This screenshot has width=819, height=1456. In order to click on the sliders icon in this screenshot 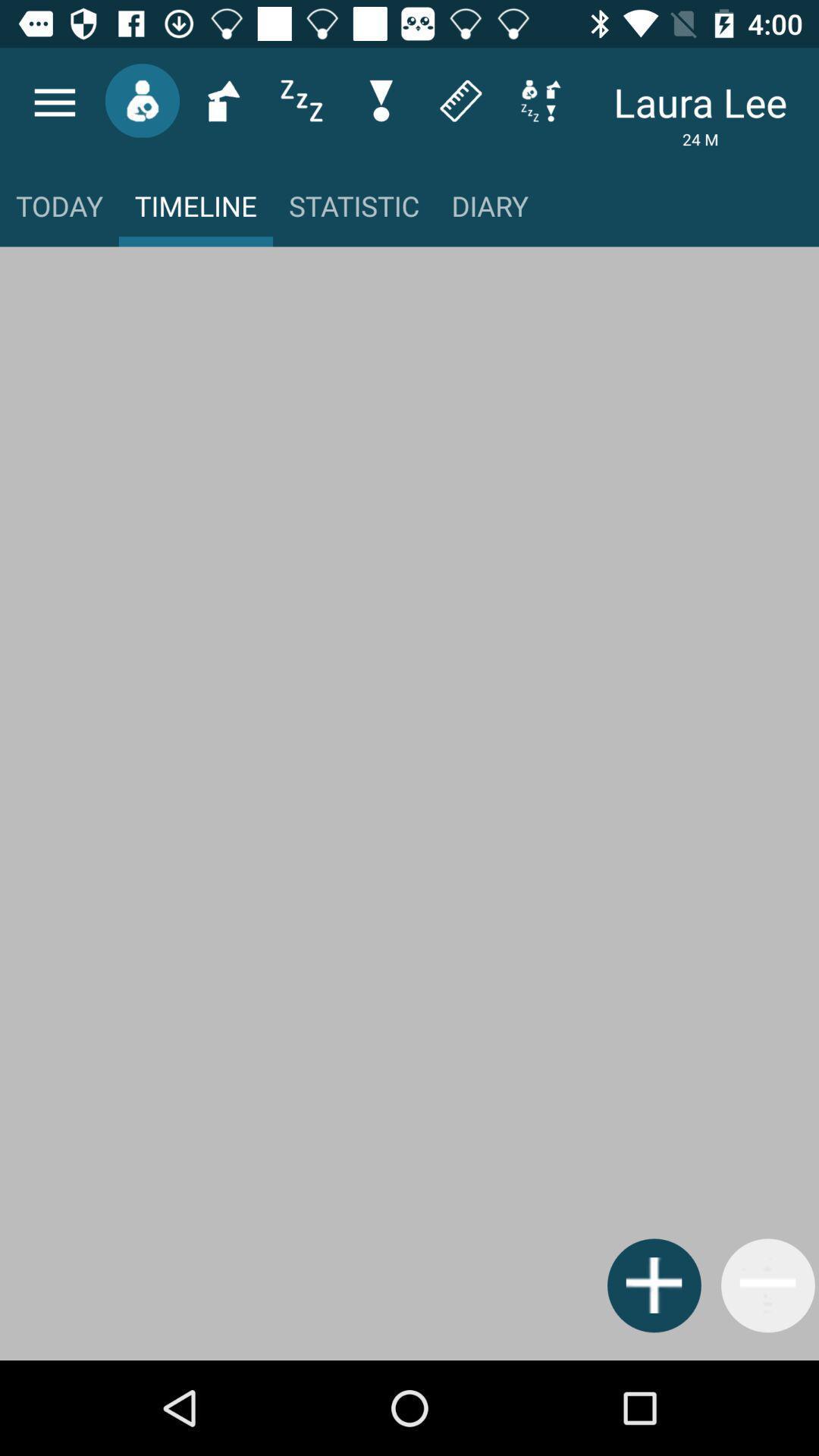, I will do `click(301, 99)`.